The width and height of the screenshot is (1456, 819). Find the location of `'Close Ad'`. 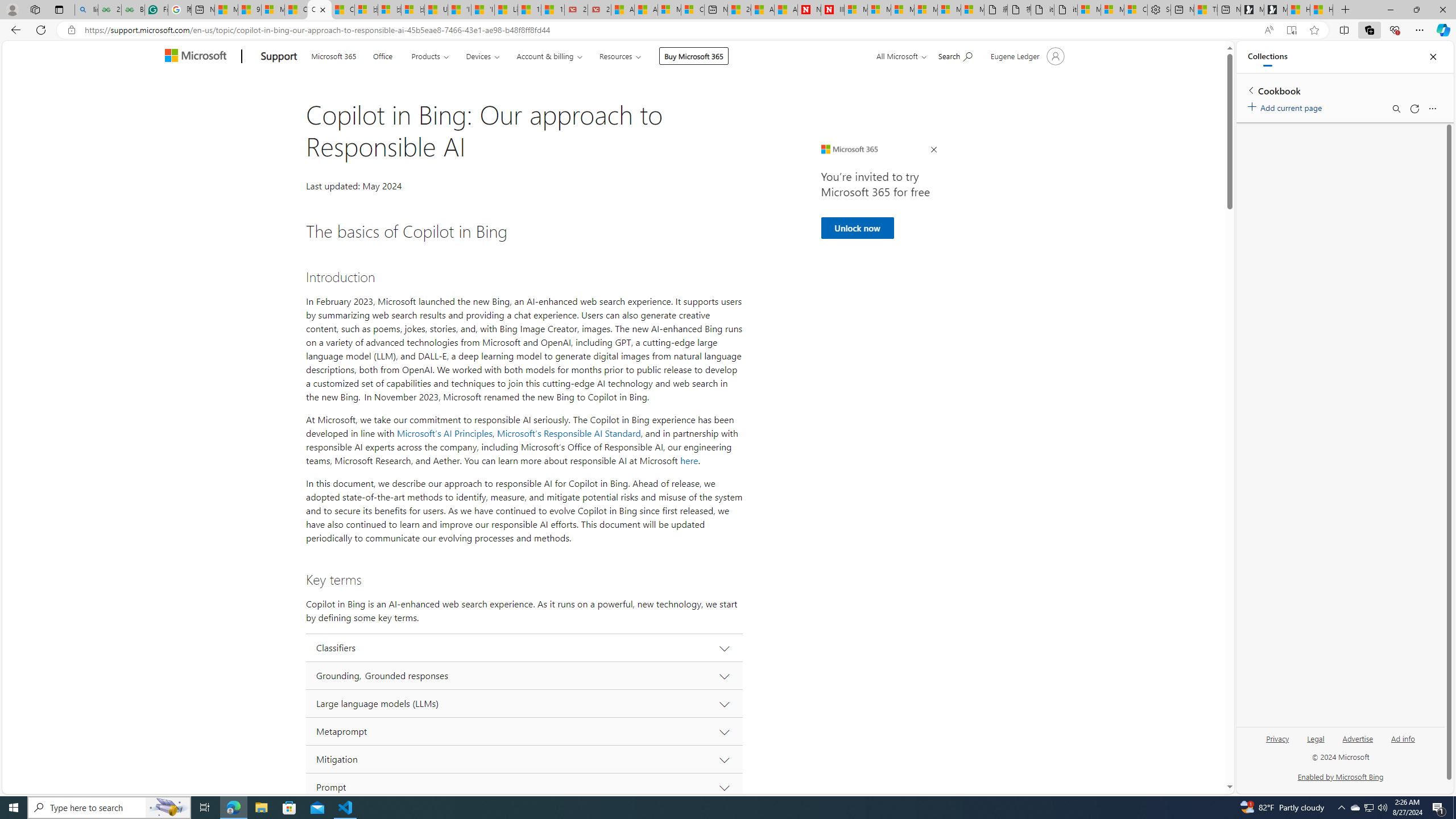

'Close Ad' is located at coordinates (934, 150).